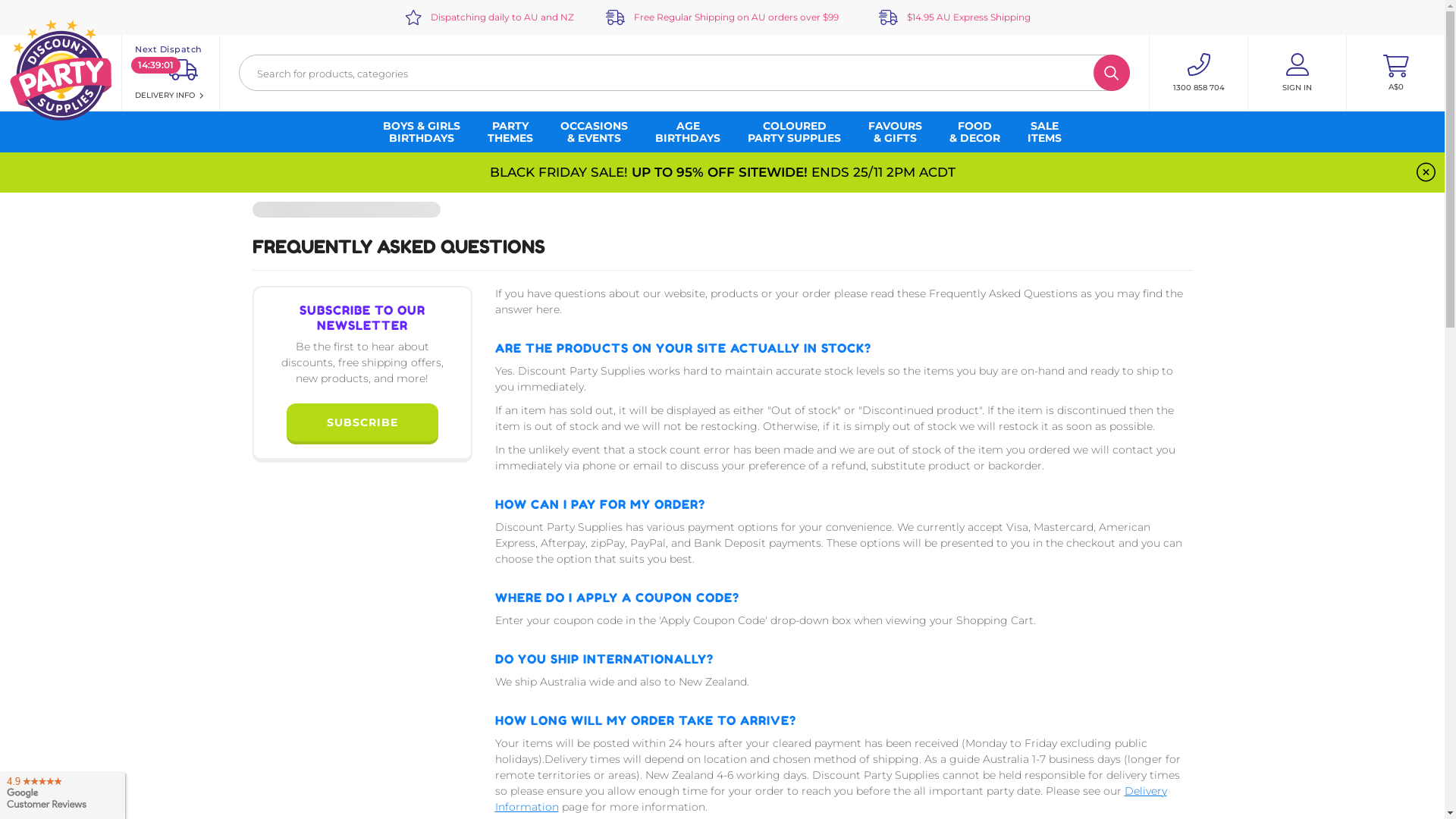 Image resolution: width=1456 pixels, height=819 pixels. Describe the element at coordinates (1043, 130) in the screenshot. I see `'SALE` at that location.